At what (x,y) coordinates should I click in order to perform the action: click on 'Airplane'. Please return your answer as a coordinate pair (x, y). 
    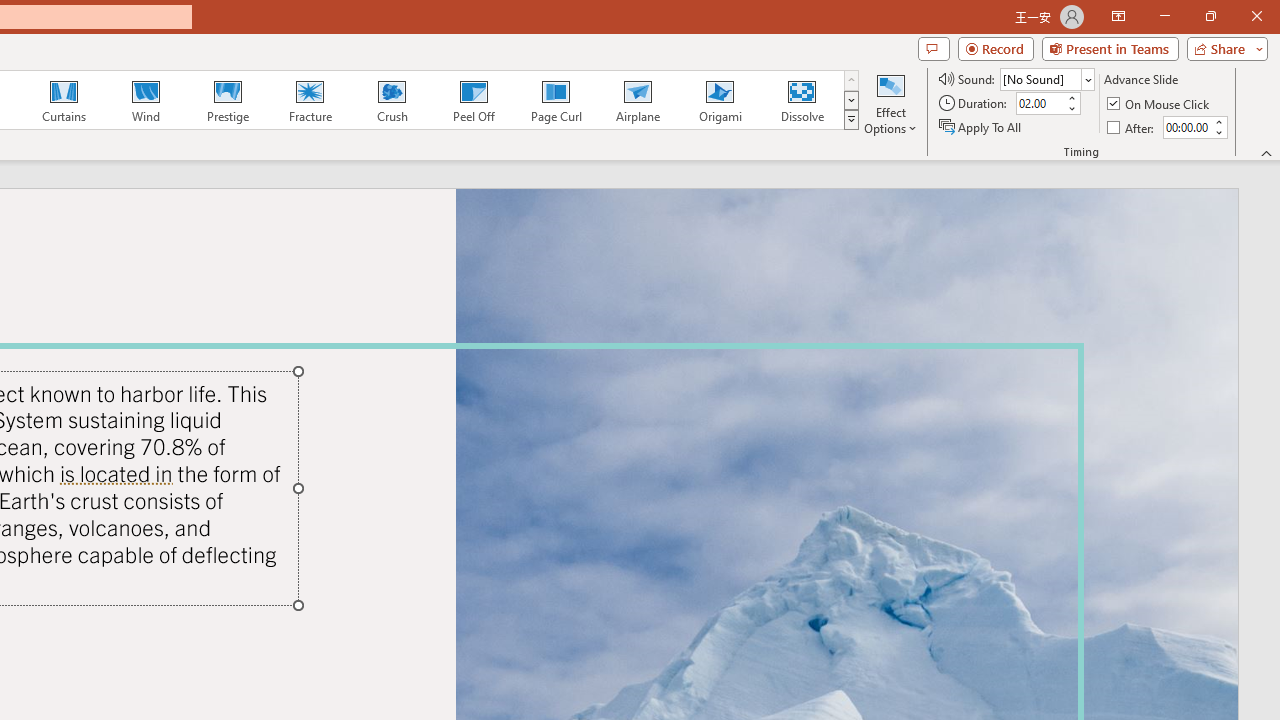
    Looking at the image, I should click on (636, 100).